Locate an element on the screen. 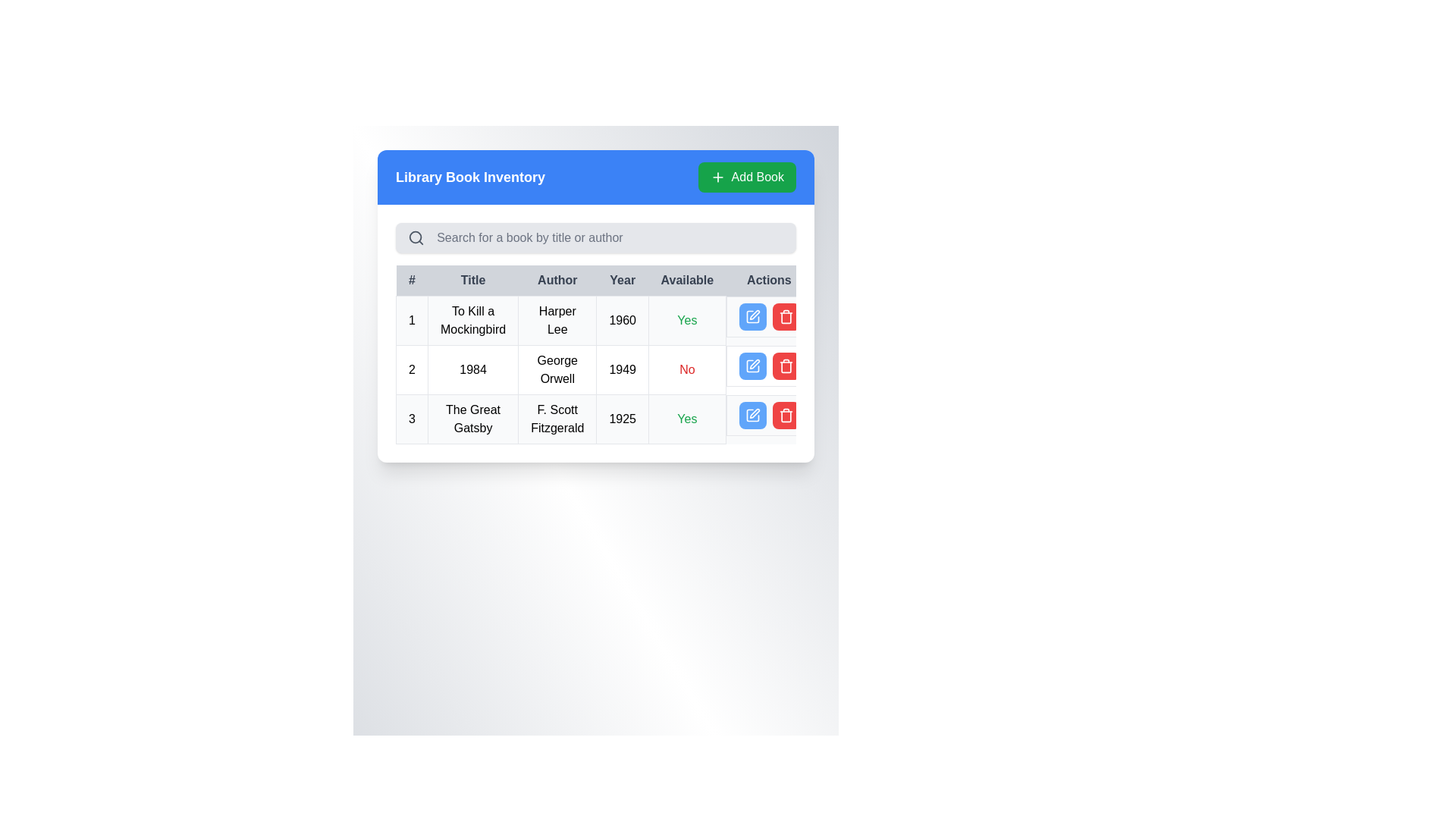 Image resolution: width=1456 pixels, height=819 pixels. the 'Author' text label, which is a rectangular label with bold, dark lettering on a light gray background, positioned as the third column header in a grid layout is located at coordinates (557, 281).